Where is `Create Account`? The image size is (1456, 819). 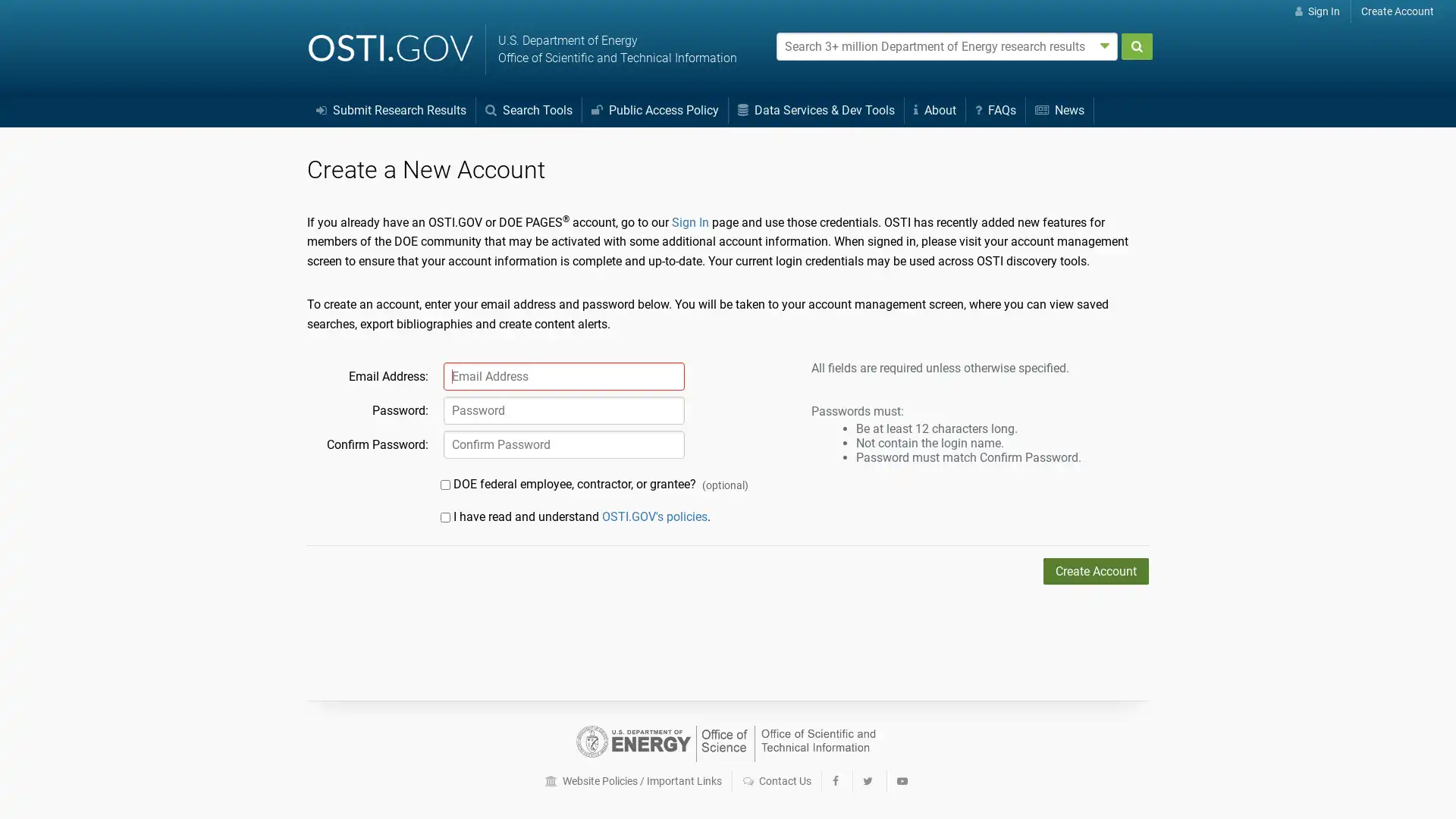
Create Account is located at coordinates (1096, 571).